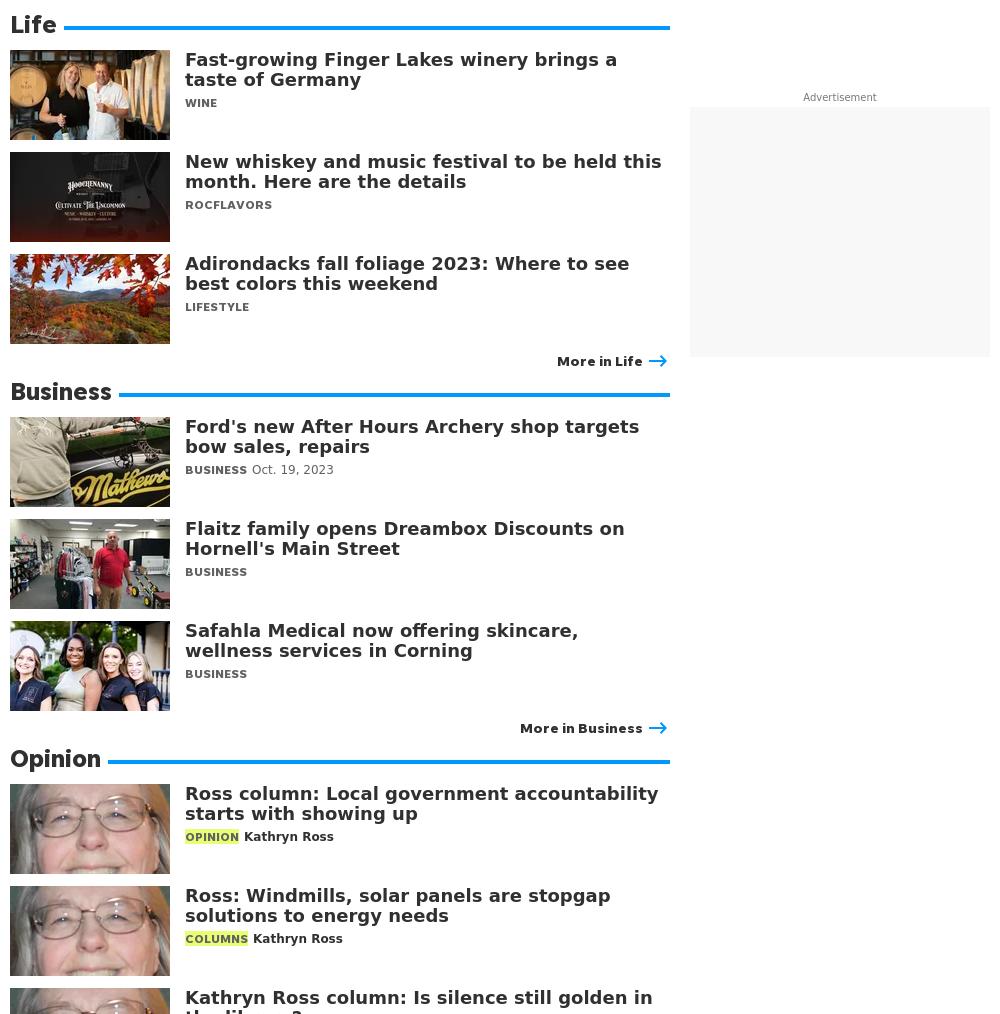  Describe the element at coordinates (423, 170) in the screenshot. I see `'New whiskey and music festival to be held this month. Here are the details'` at that location.